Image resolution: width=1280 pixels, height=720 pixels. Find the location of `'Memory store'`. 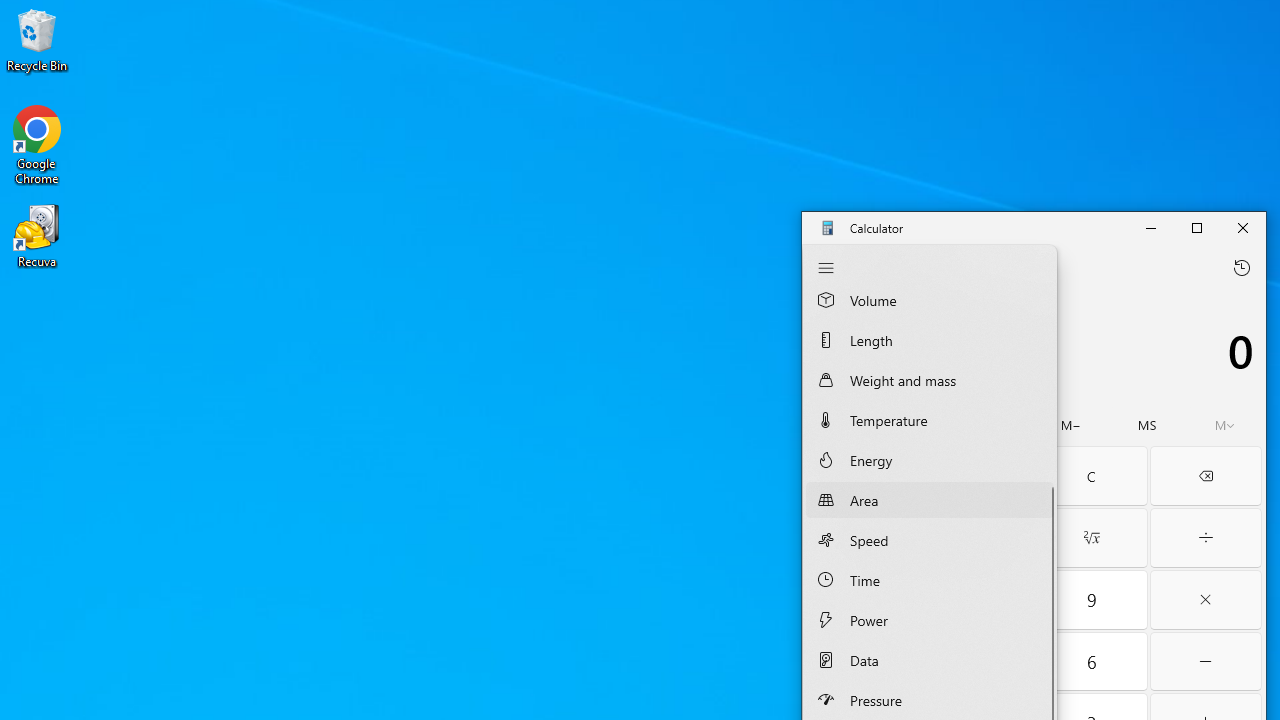

'Memory store' is located at coordinates (1147, 424).